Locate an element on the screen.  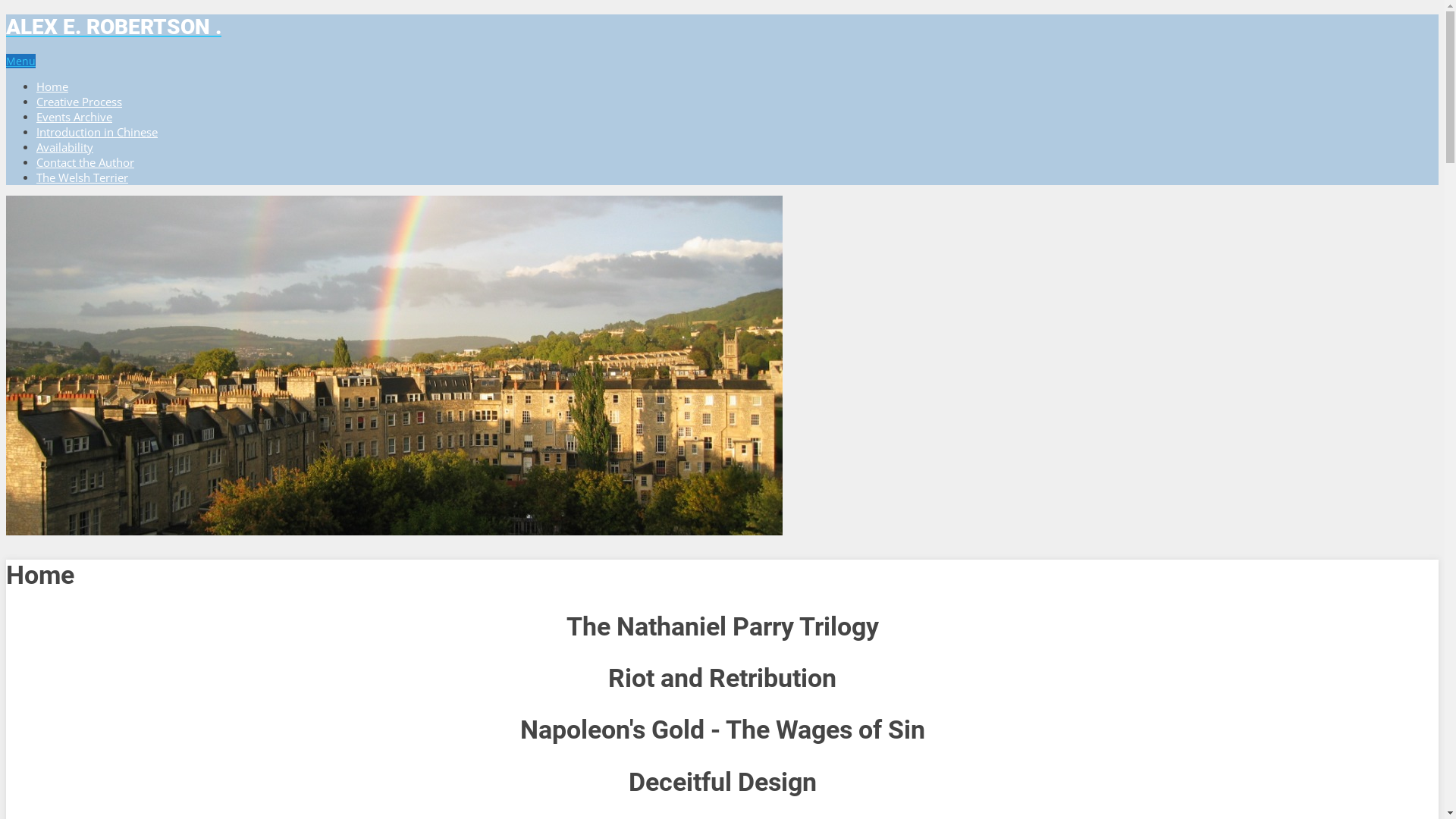
'Menu' is located at coordinates (20, 59).